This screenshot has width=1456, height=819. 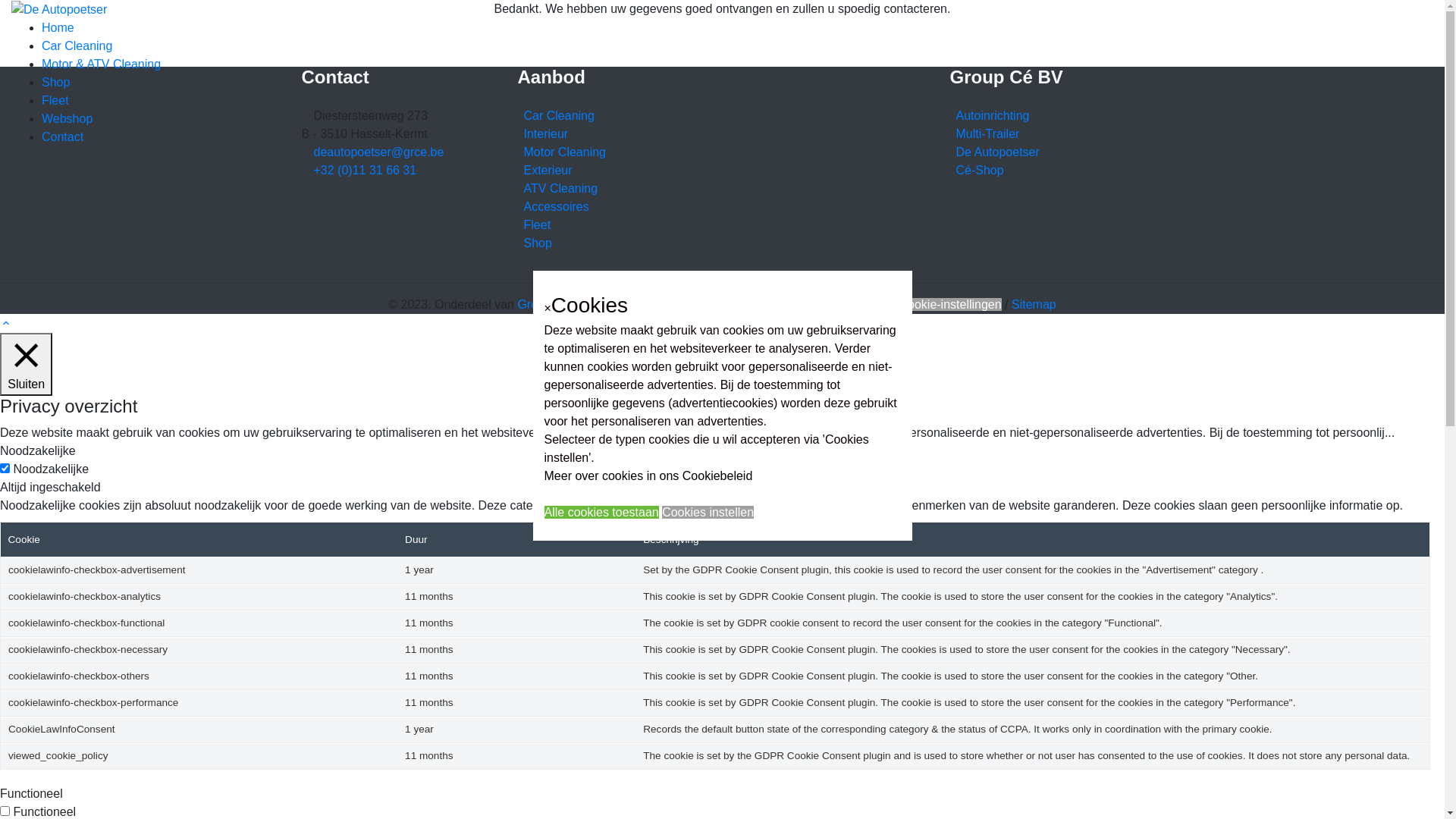 What do you see at coordinates (707, 512) in the screenshot?
I see `'Cookies instellen'` at bounding box center [707, 512].